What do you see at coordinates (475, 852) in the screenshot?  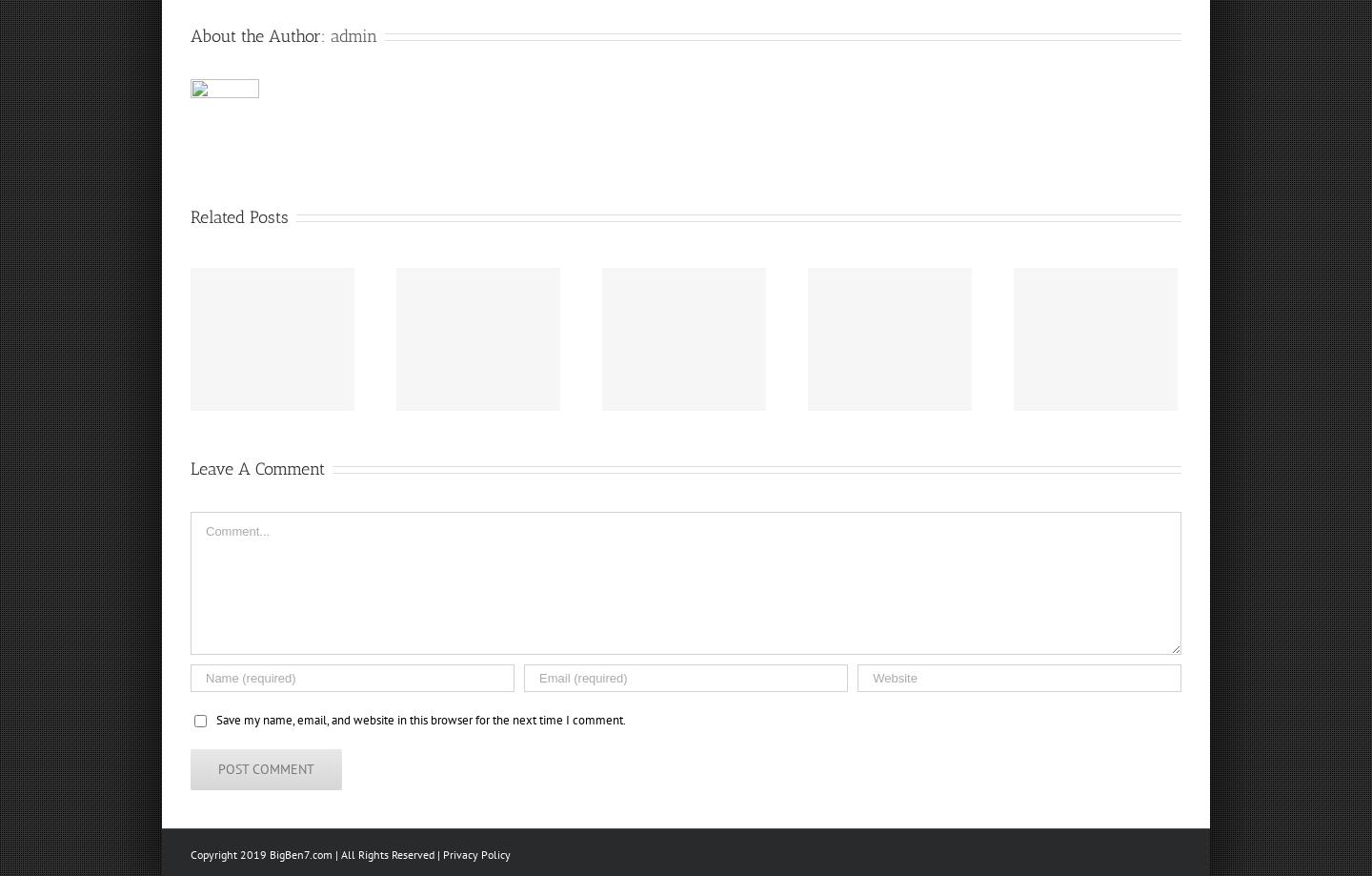 I see `'Privacy Policy'` at bounding box center [475, 852].